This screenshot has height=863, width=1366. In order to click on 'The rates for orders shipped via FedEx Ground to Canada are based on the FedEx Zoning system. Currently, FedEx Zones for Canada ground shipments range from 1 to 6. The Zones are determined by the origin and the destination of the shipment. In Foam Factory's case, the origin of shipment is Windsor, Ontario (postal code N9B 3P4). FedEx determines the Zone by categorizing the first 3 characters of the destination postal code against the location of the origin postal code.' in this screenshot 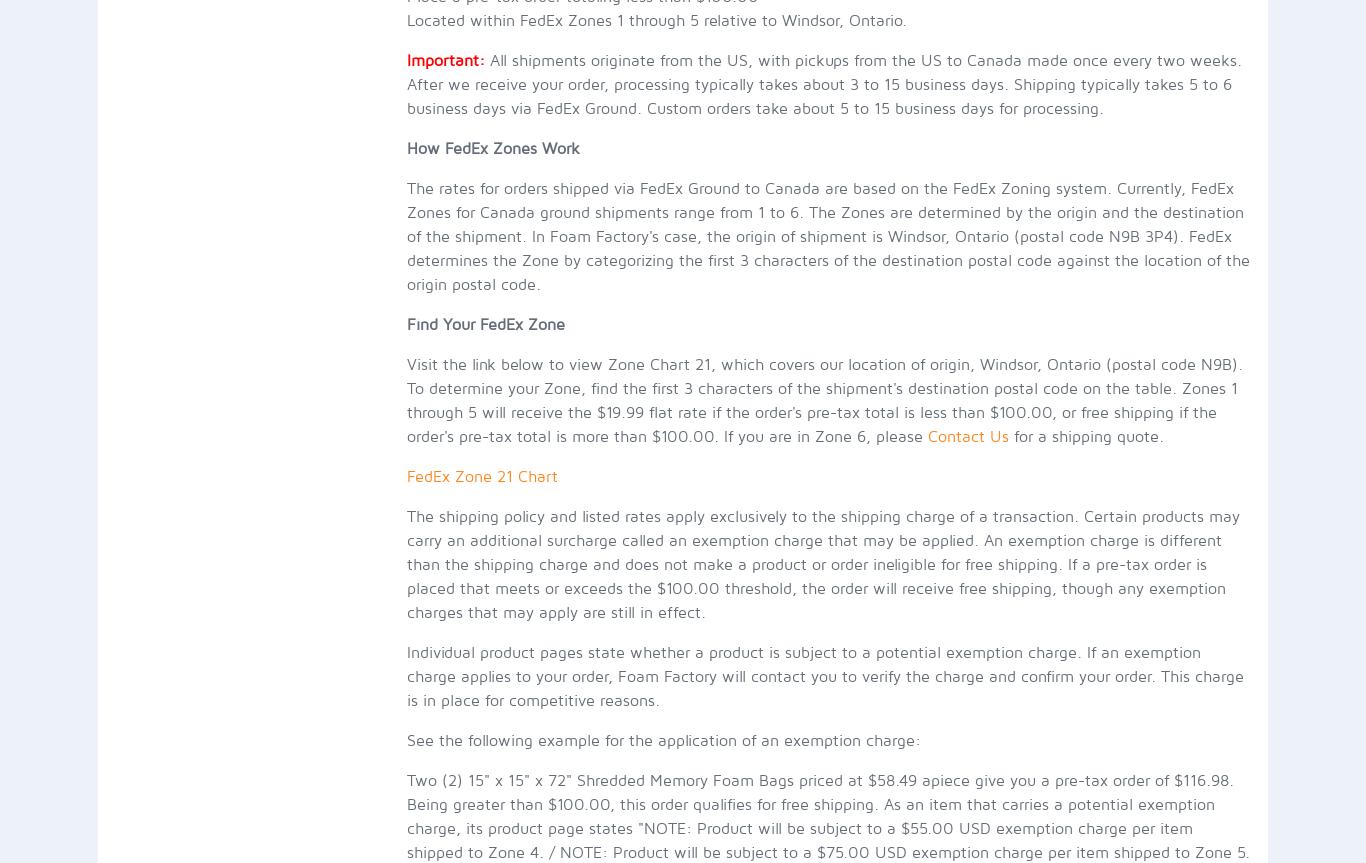, I will do `click(826, 236)`.